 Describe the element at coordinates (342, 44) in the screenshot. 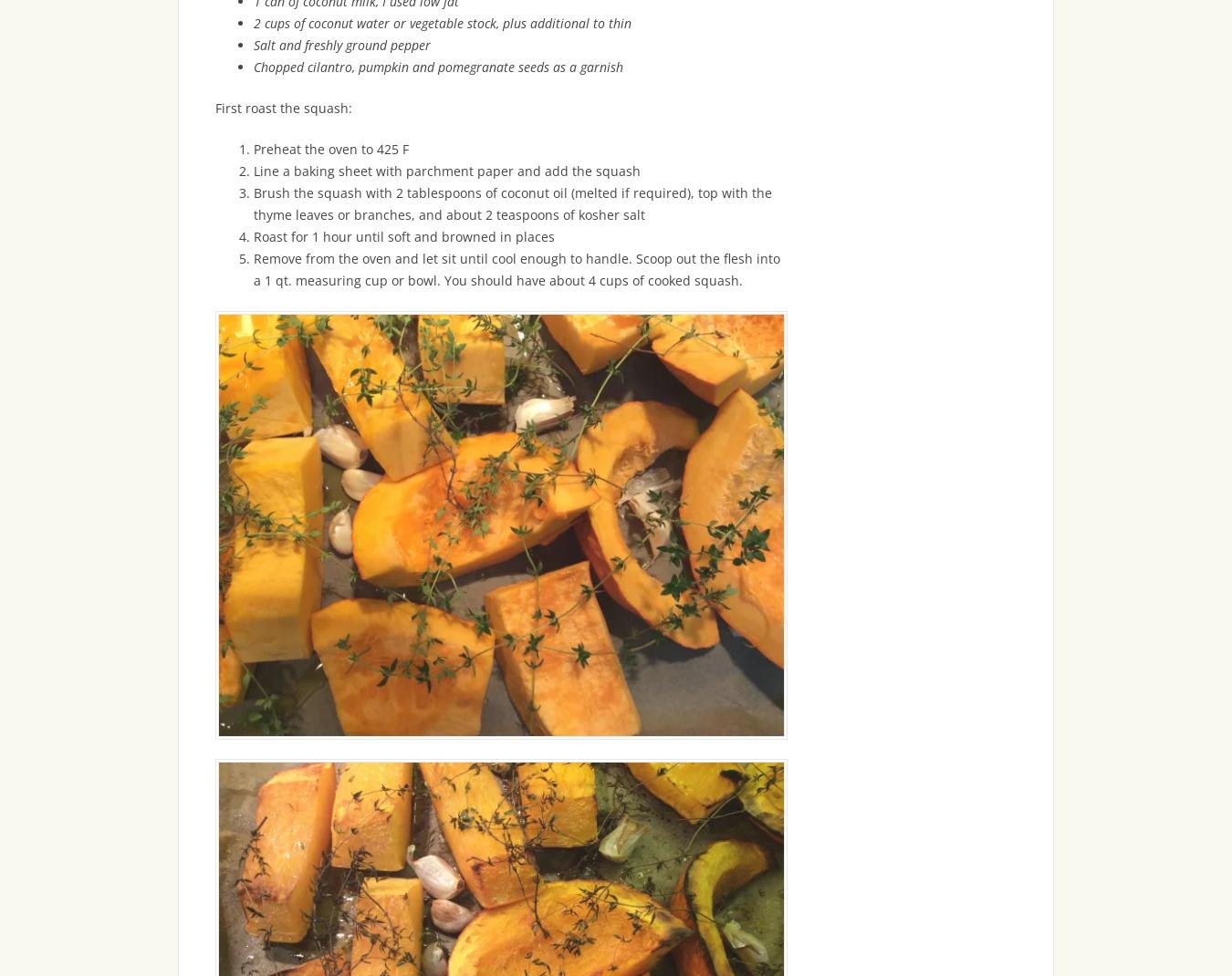

I see `'Salt and freshly ground pepper'` at that location.